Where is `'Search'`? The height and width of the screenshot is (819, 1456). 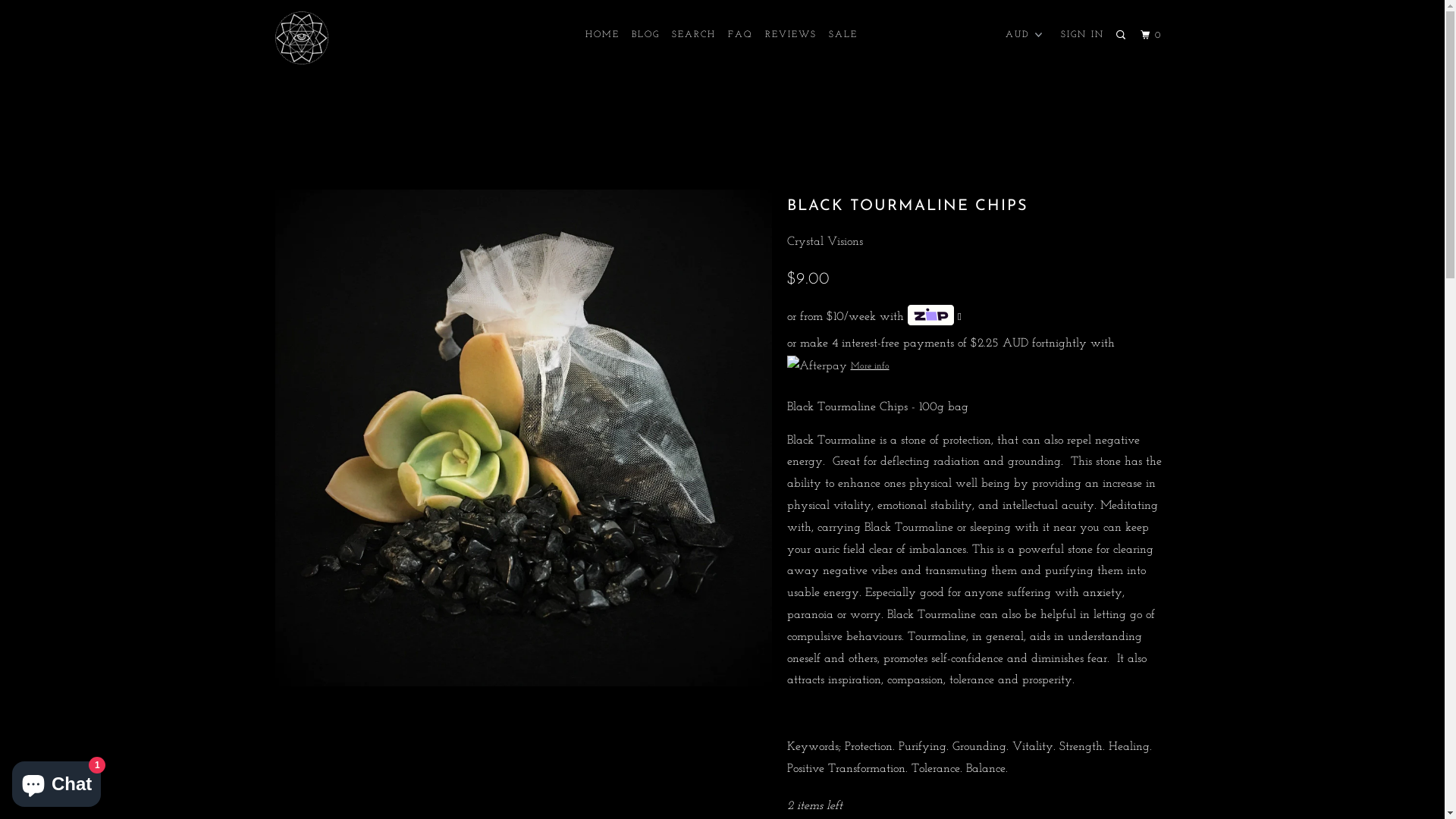 'Search' is located at coordinates (1113, 34).